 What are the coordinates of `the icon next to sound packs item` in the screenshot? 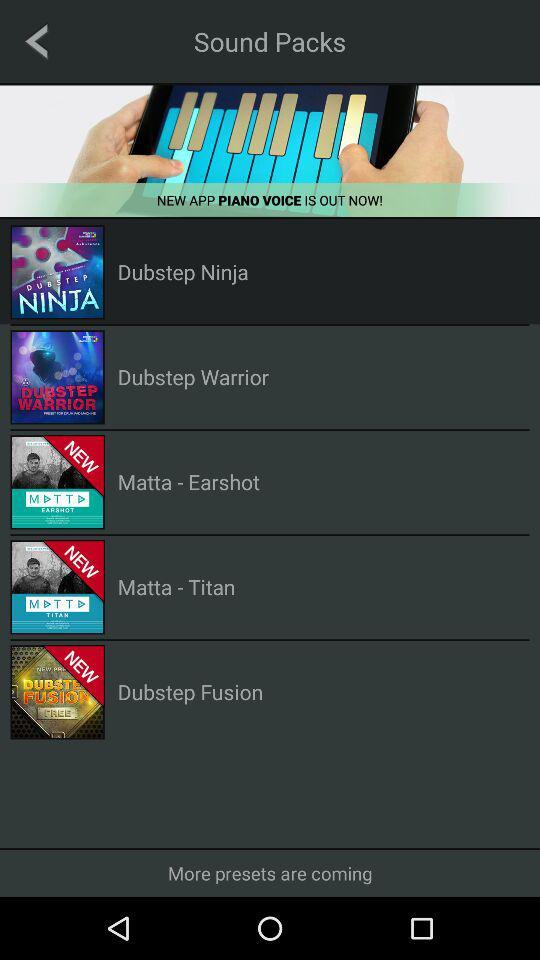 It's located at (36, 40).